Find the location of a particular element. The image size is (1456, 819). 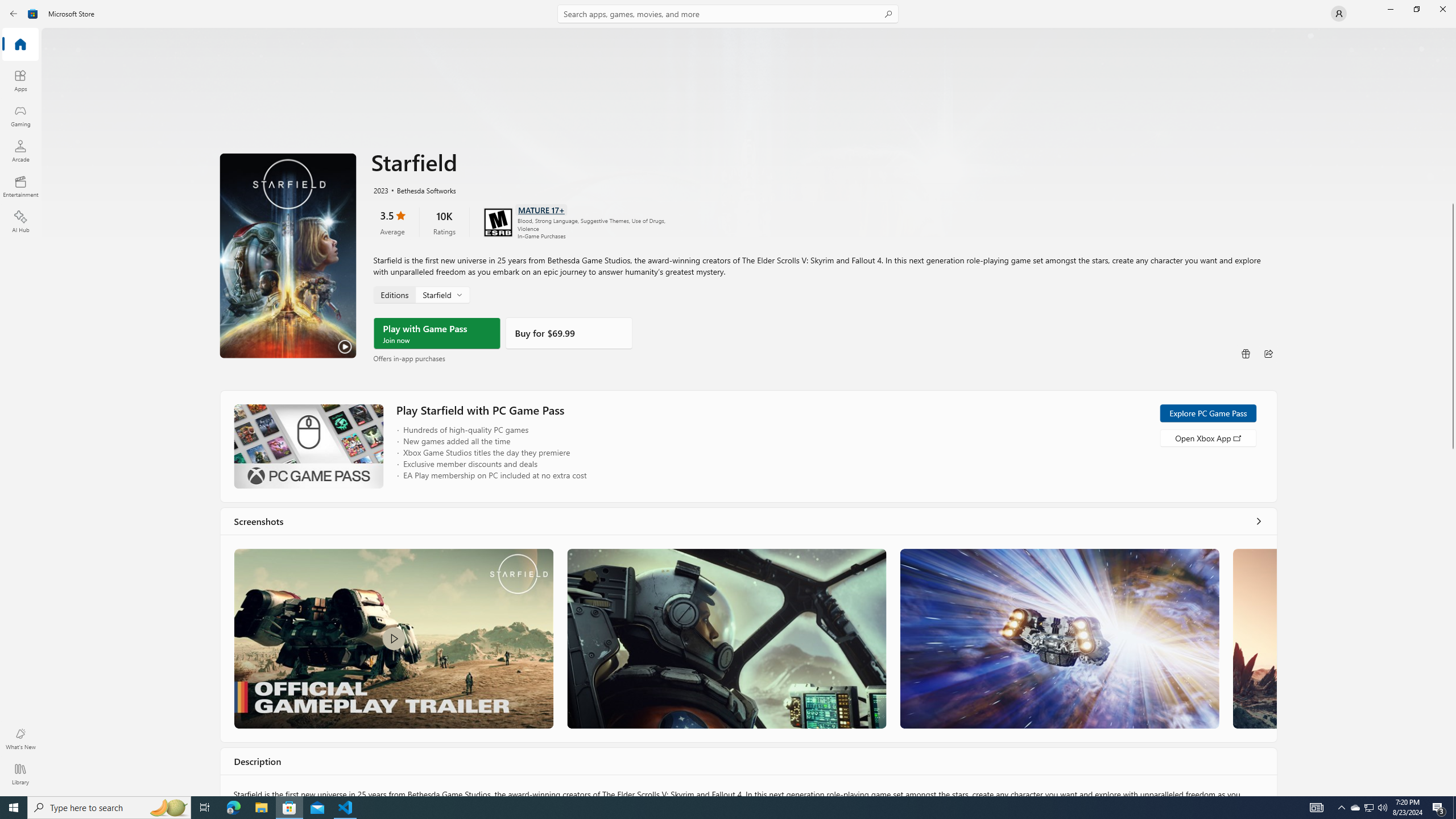

'Minimize Microsoft Store' is located at coordinates (1389, 9).